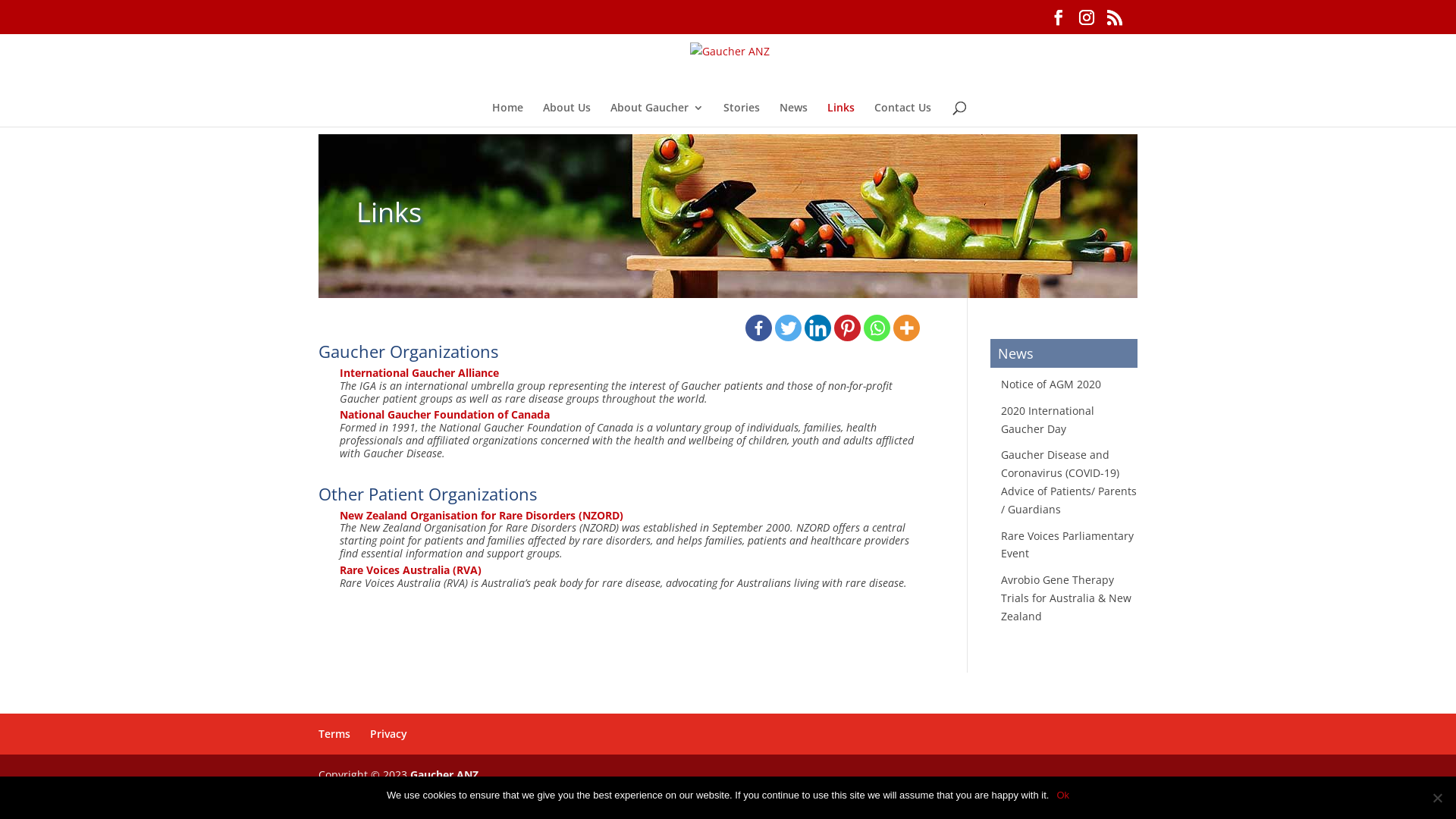 The width and height of the screenshot is (1456, 819). Describe the element at coordinates (906, 327) in the screenshot. I see `'More'` at that location.